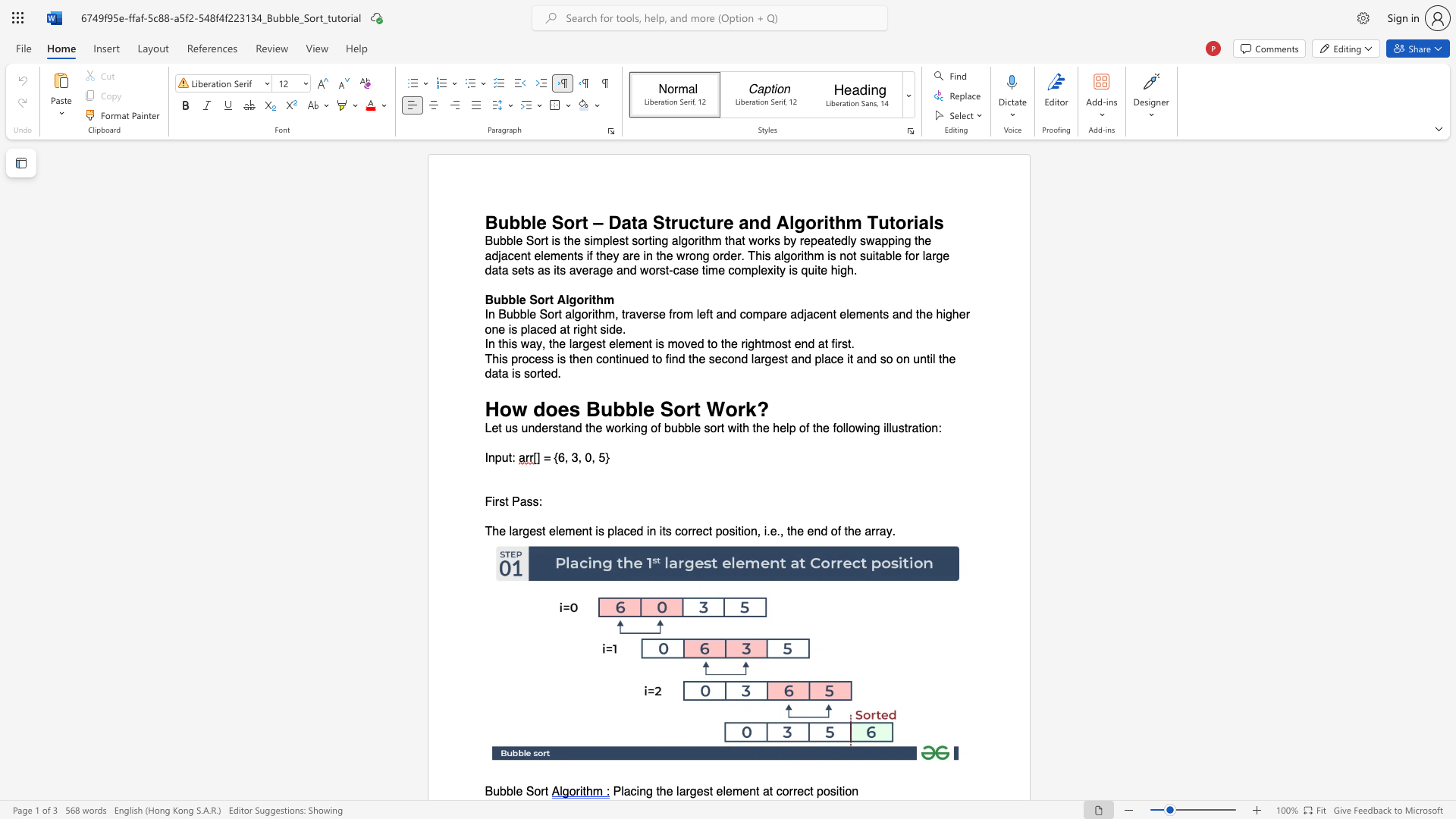  Describe the element at coordinates (843, 791) in the screenshot. I see `the 3th character "i" in the text` at that location.